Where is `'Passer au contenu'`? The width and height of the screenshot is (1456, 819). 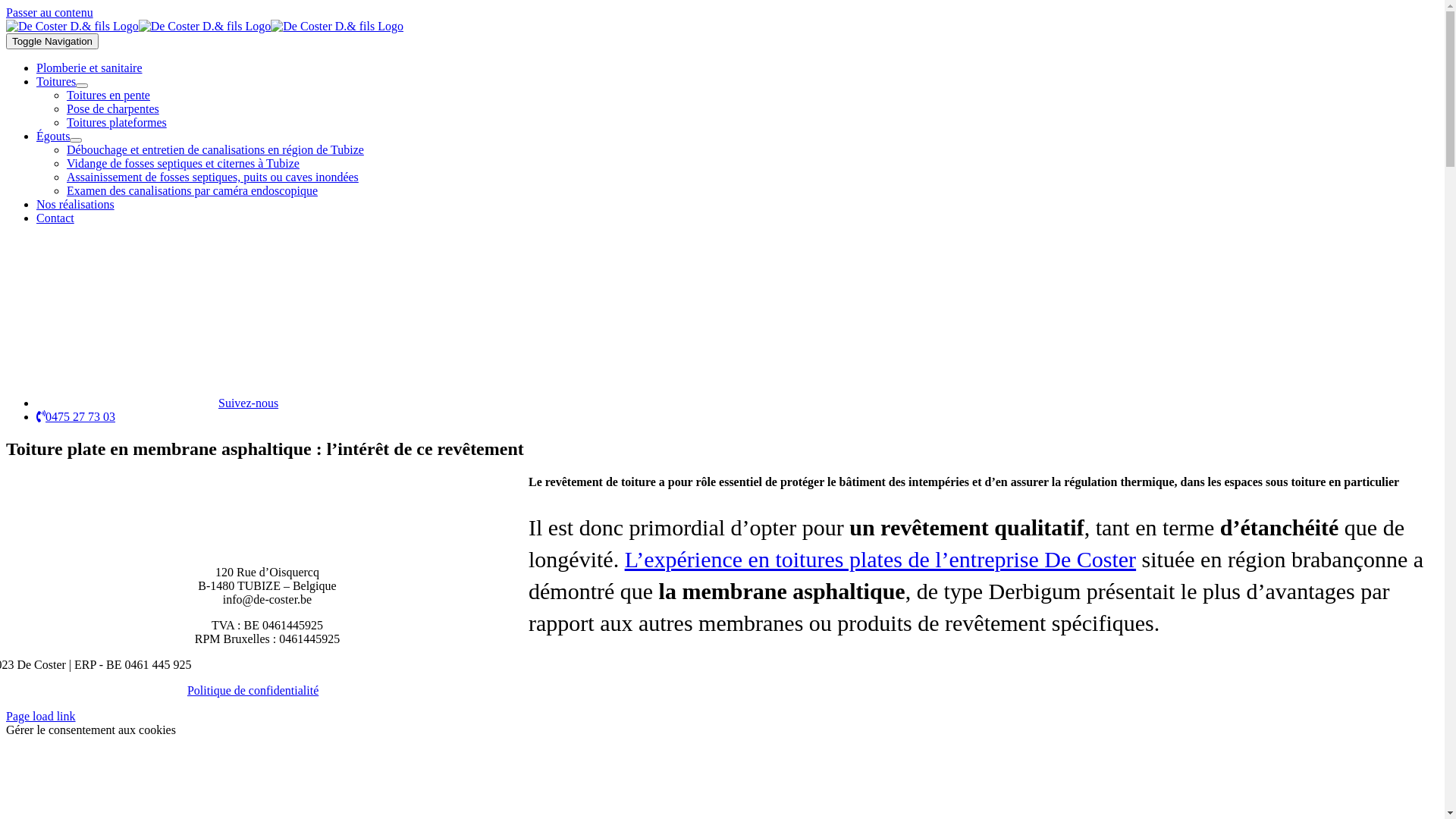 'Passer au contenu' is located at coordinates (49, 12).